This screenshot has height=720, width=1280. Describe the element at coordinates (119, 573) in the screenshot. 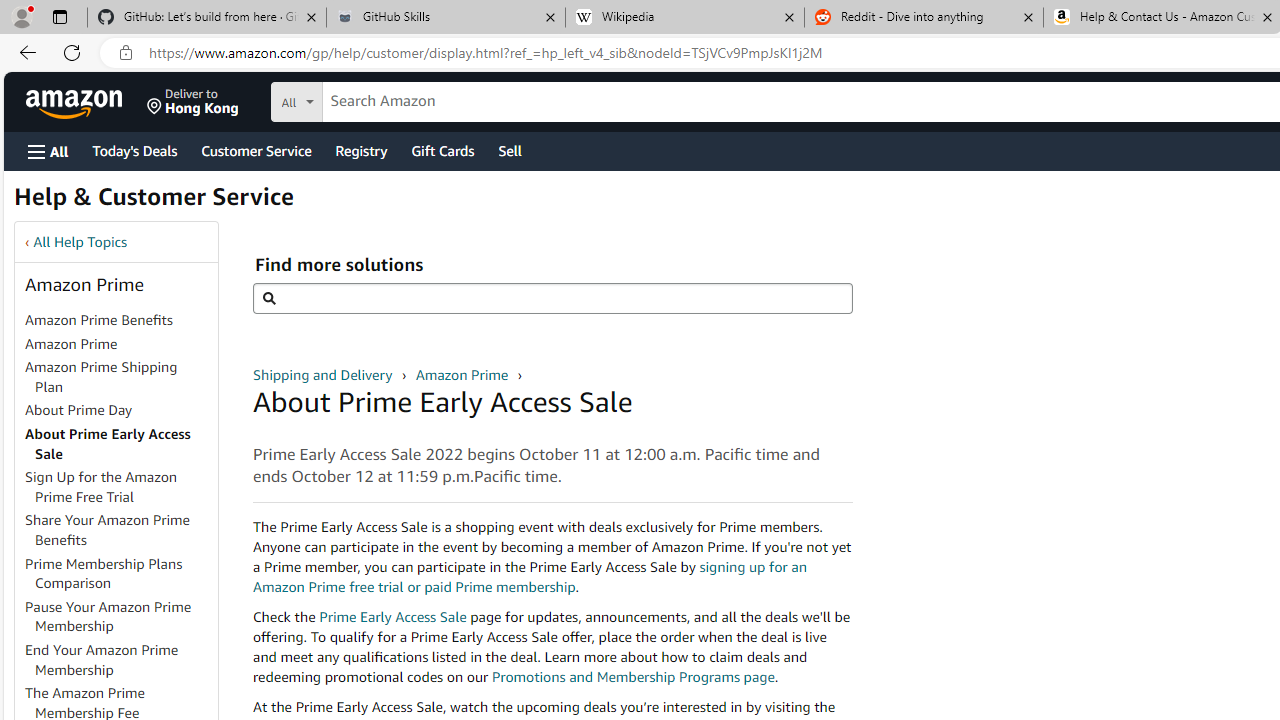

I see `'Prime Membership Plans Comparison'` at that location.